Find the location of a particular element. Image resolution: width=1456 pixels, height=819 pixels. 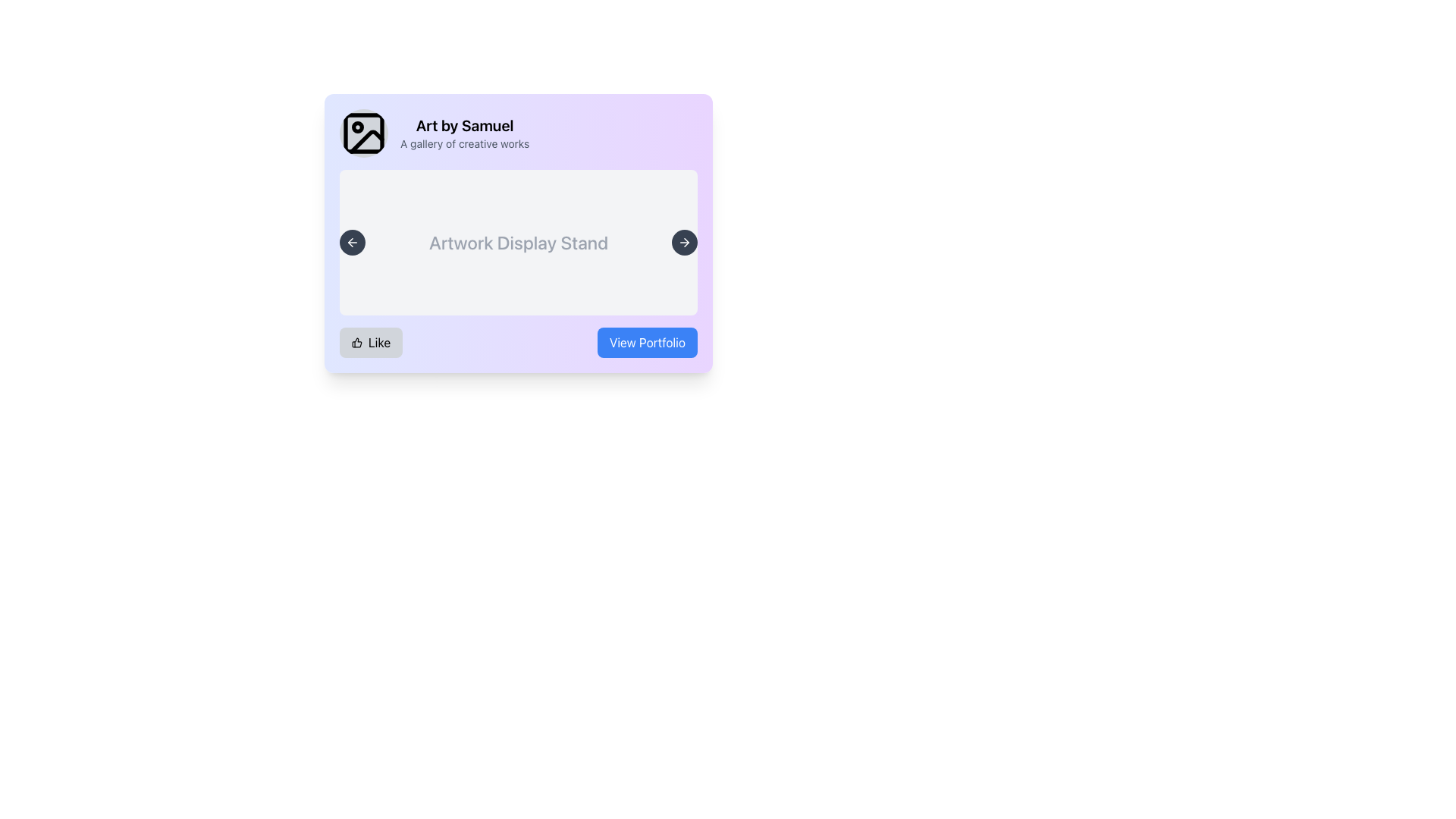

the left-facing arrow icon located on the left side of the main content area is located at coordinates (352, 242).